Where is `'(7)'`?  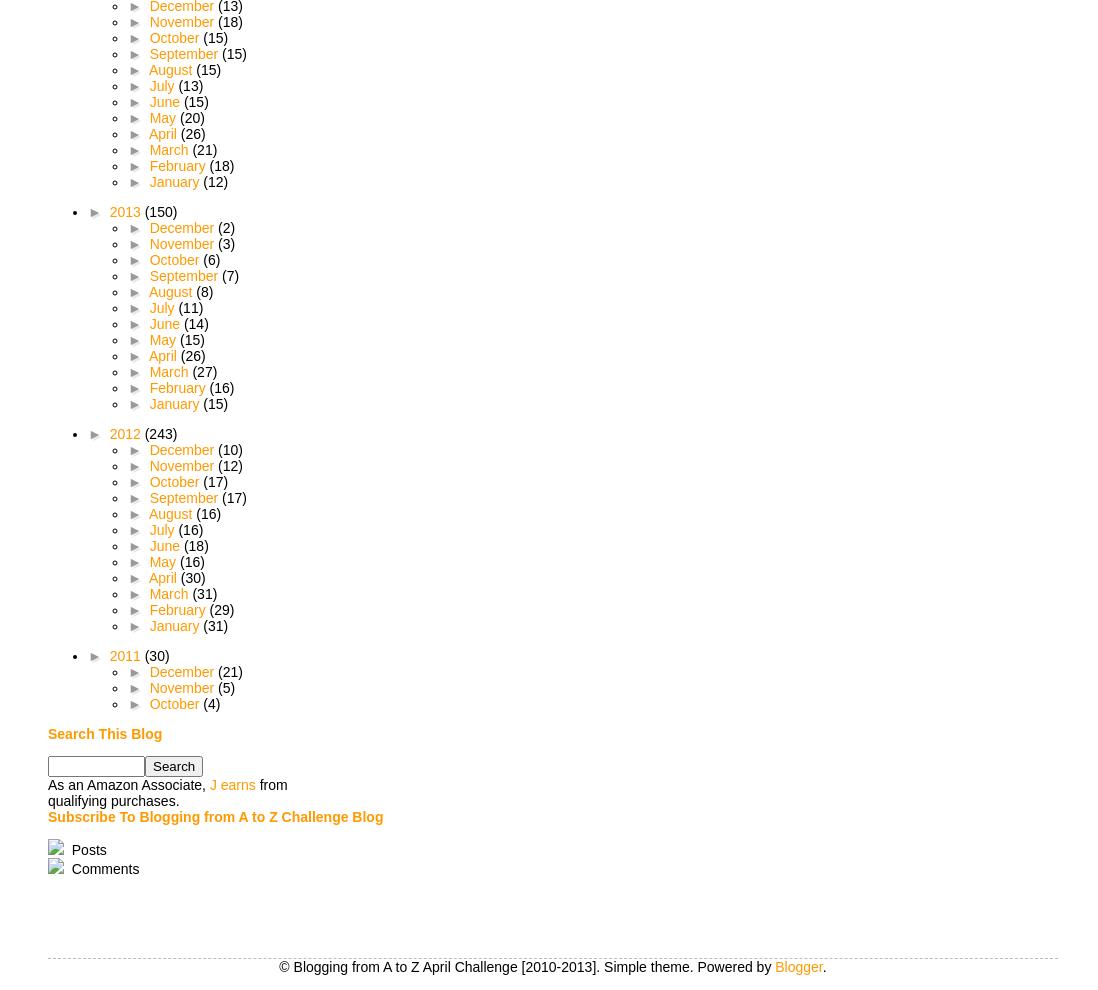
'(7)' is located at coordinates (221, 276).